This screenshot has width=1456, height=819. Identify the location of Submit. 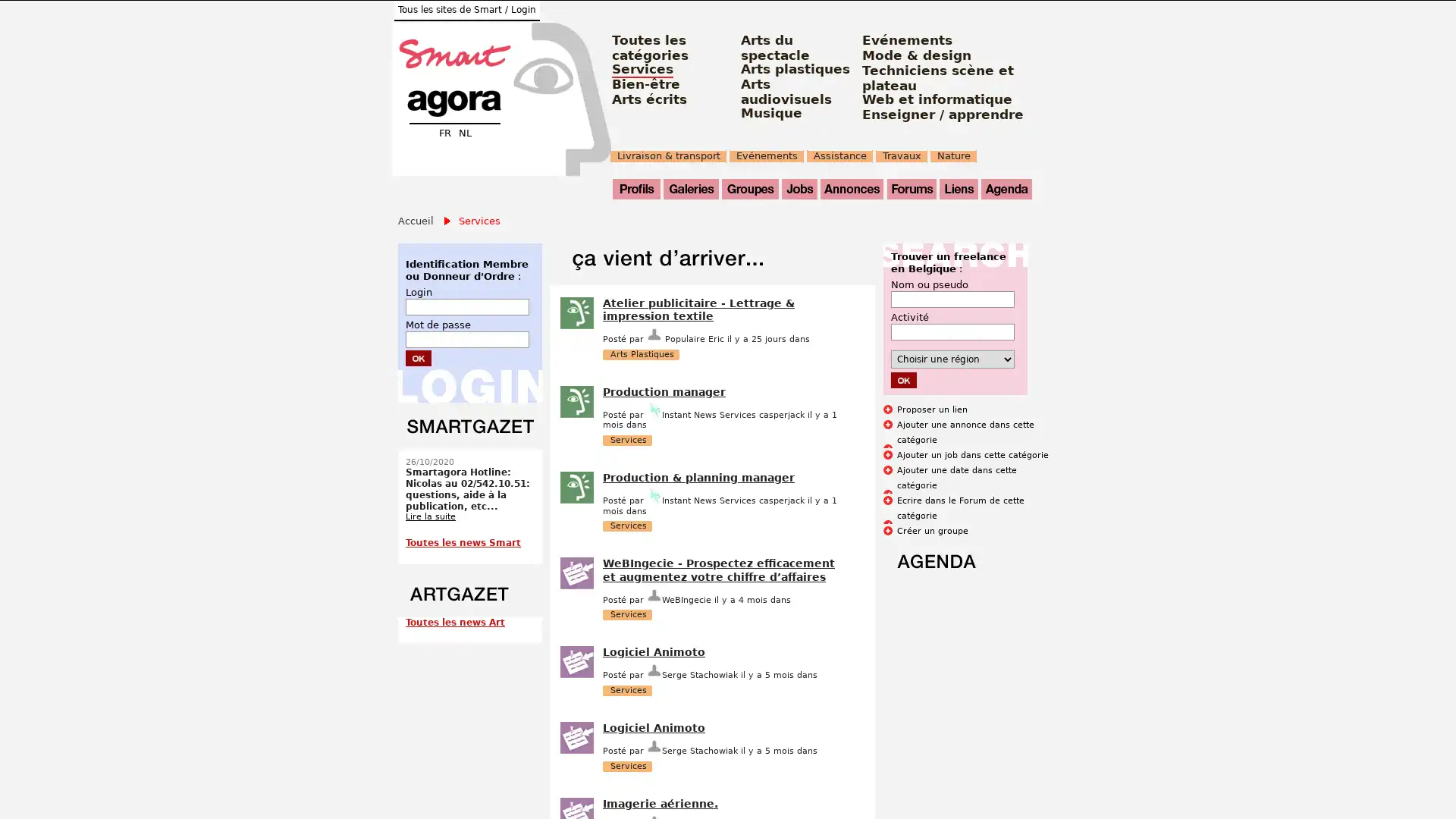
(903, 378).